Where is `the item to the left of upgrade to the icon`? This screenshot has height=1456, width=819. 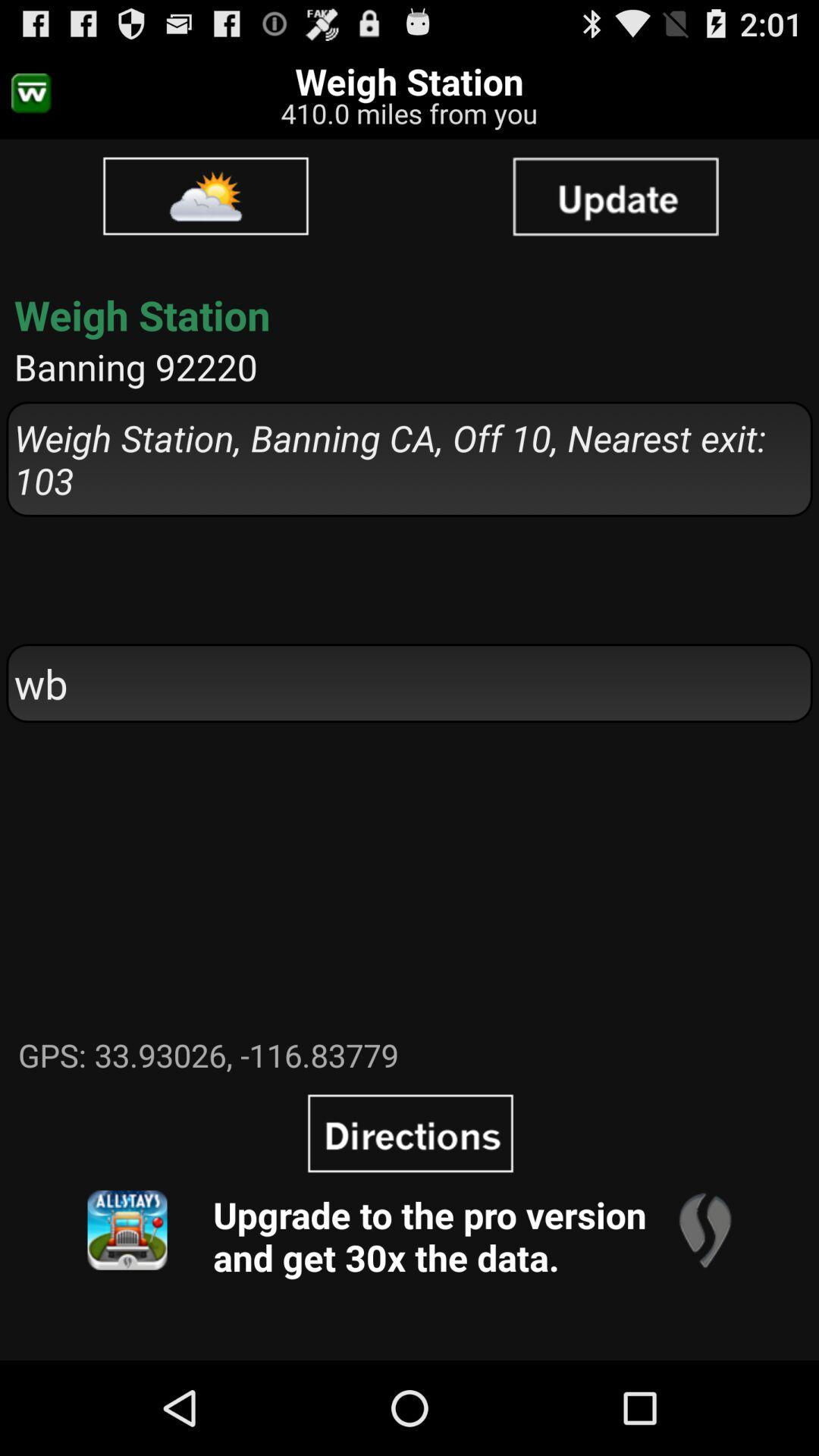
the item to the left of upgrade to the icon is located at coordinates (127, 1230).